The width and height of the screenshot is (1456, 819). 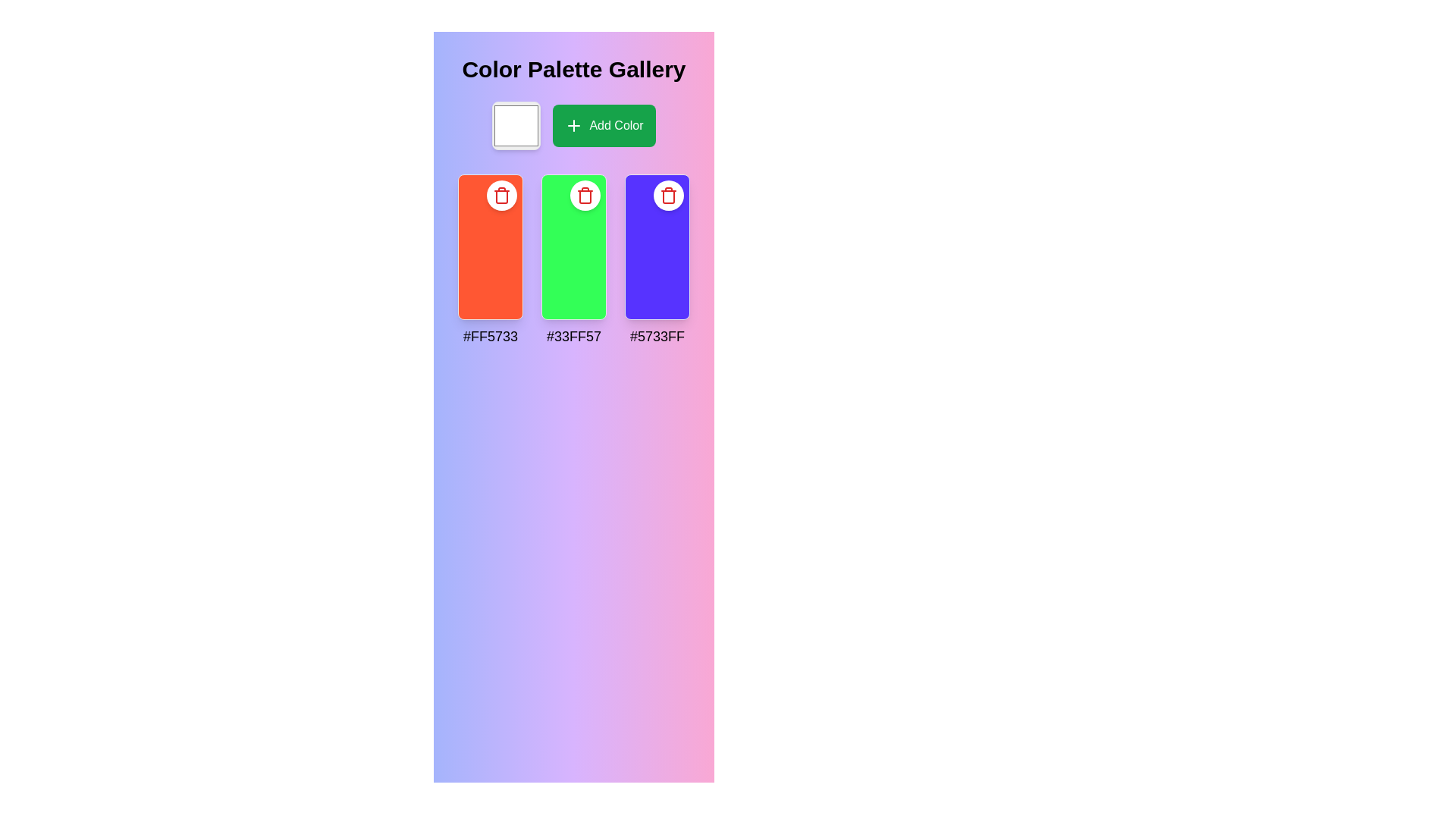 I want to click on the circular delete button with a white background and red border, featuring a red trash can icon, located in the top-right corner of the color tile, so click(x=502, y=195).